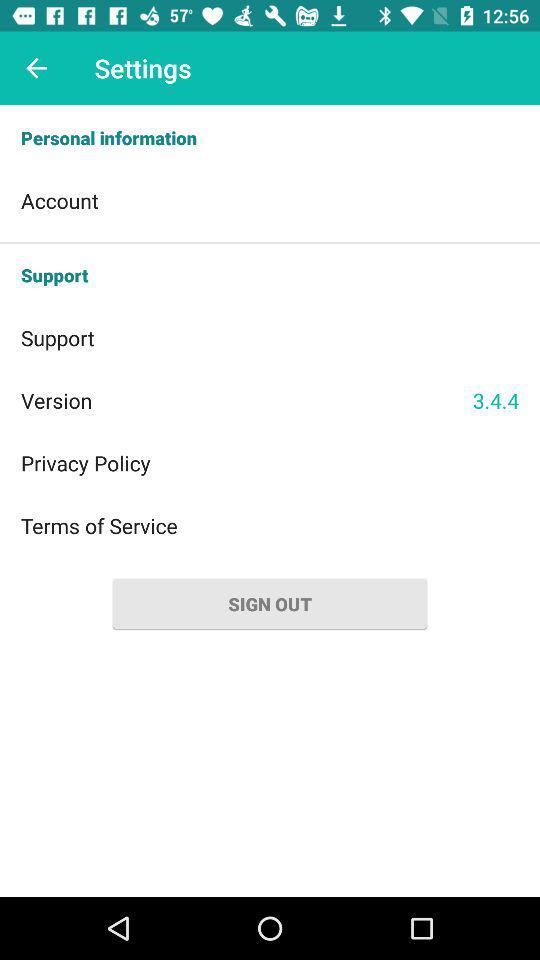 The image size is (540, 960). Describe the element at coordinates (246, 399) in the screenshot. I see `the item above the privacy policy icon` at that location.